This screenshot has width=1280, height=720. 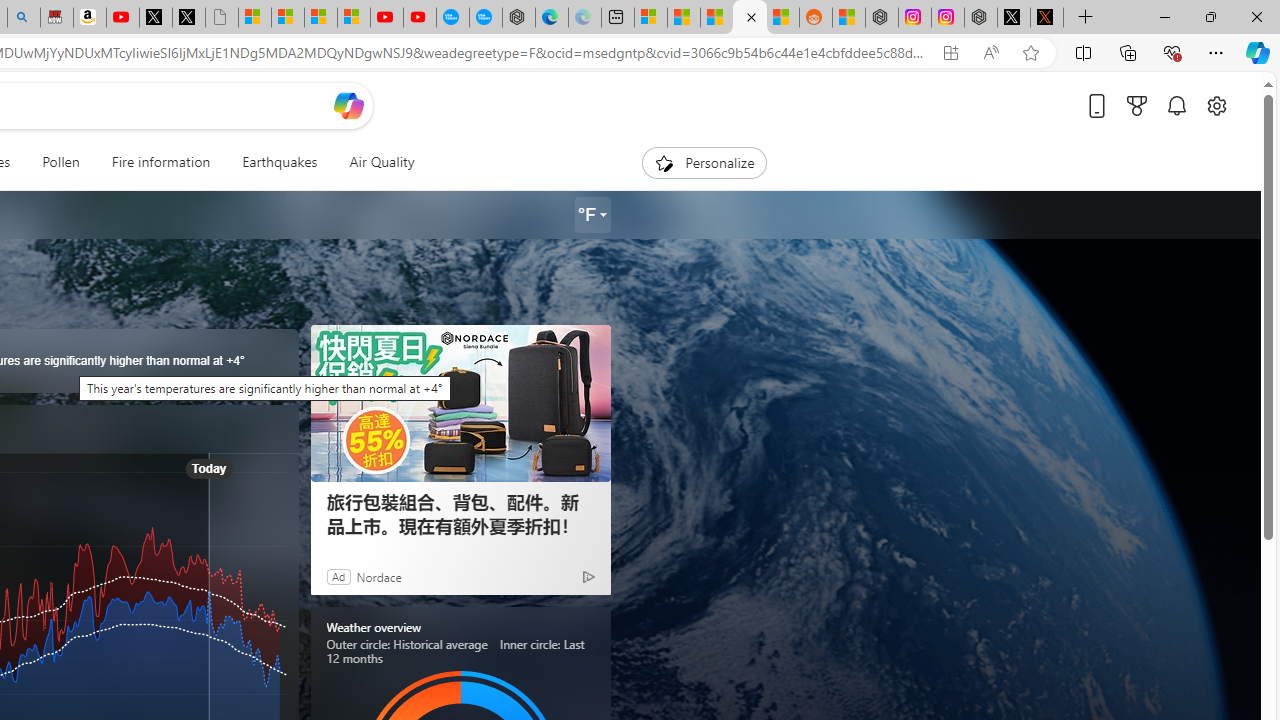 I want to click on 'Gloom - YouTube', so click(x=387, y=17).